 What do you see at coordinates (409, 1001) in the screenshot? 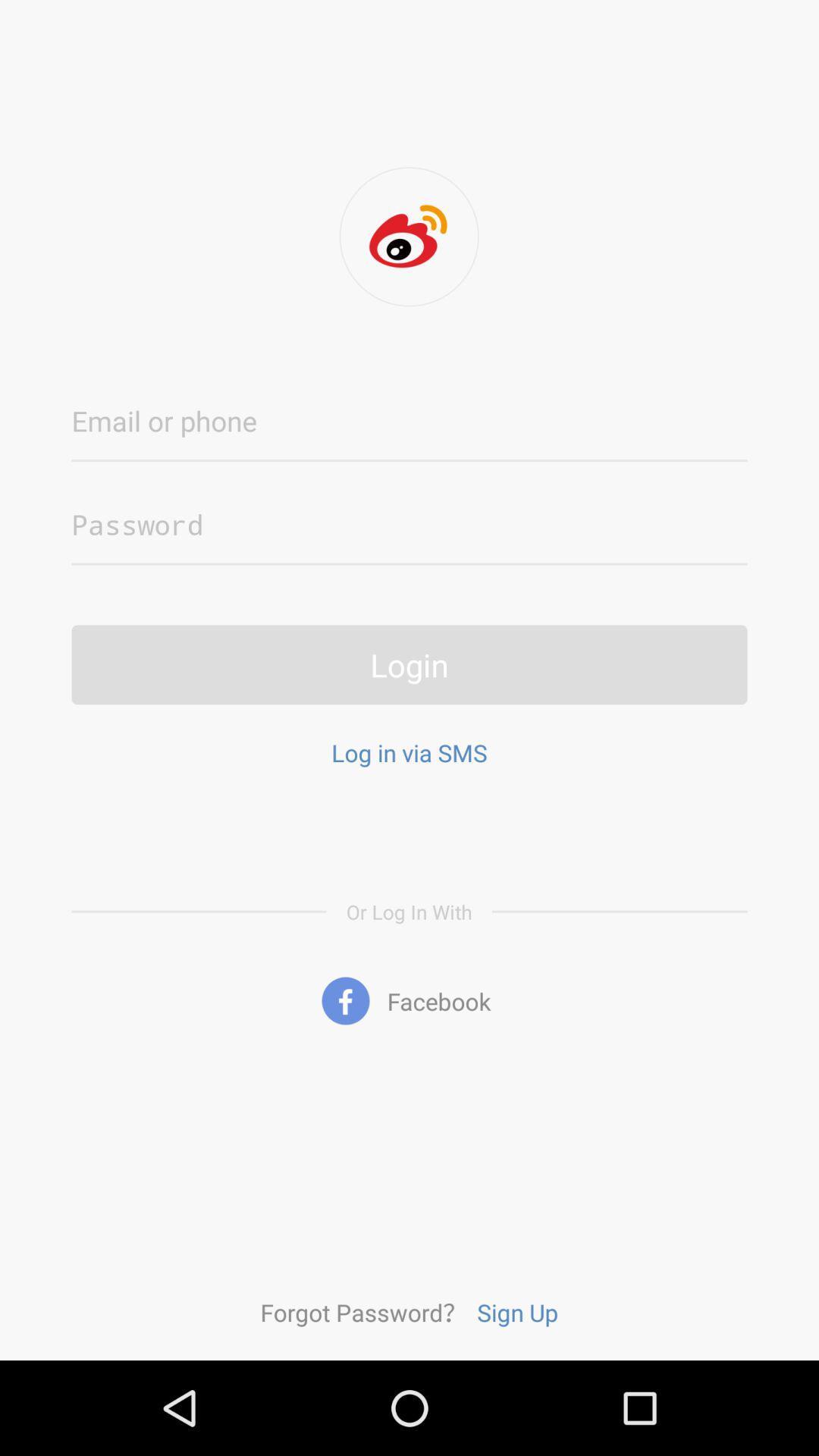
I see `facebook icon` at bounding box center [409, 1001].